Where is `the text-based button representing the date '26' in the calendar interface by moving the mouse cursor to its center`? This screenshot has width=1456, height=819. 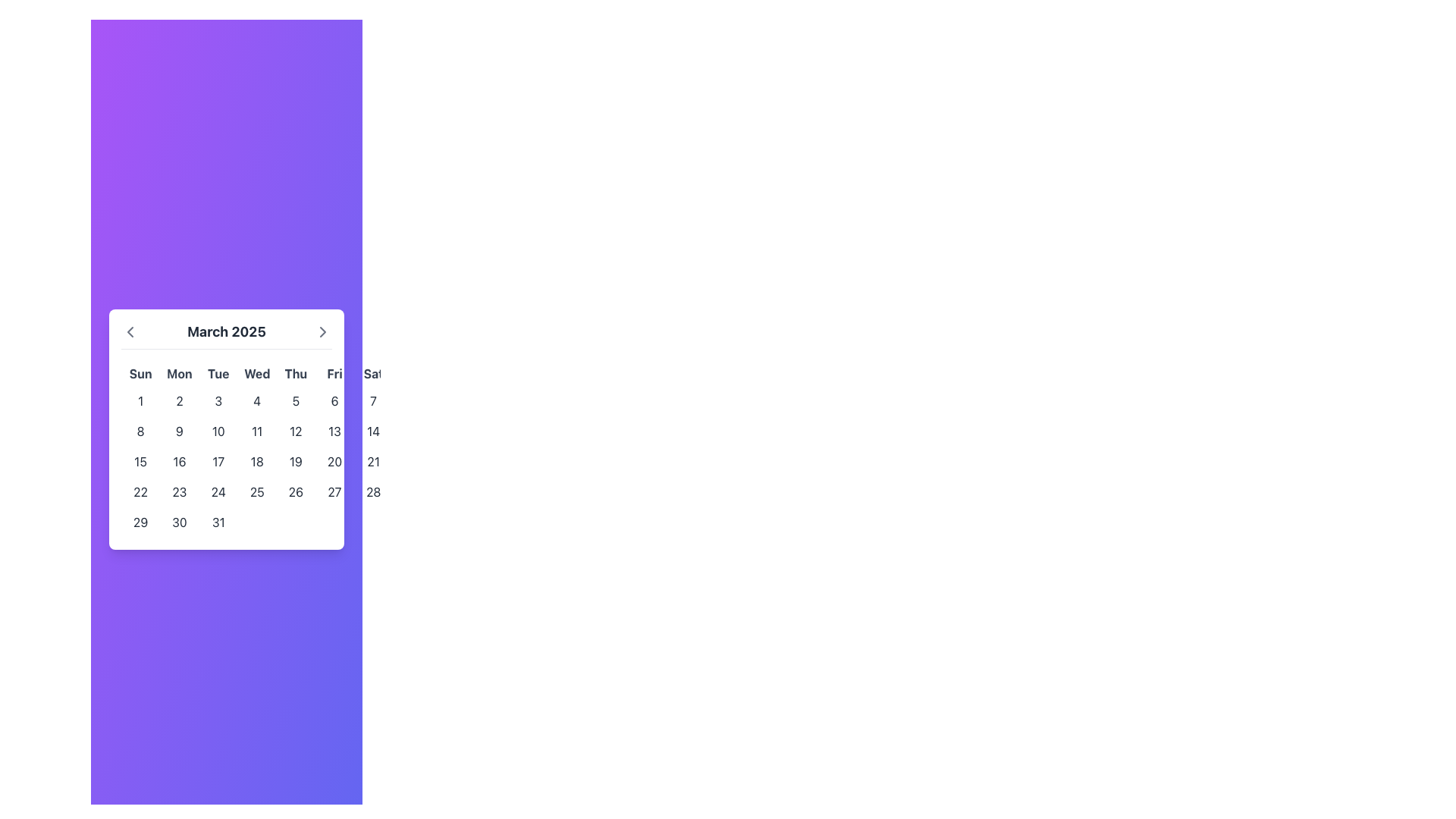 the text-based button representing the date '26' in the calendar interface by moving the mouse cursor to its center is located at coordinates (296, 491).